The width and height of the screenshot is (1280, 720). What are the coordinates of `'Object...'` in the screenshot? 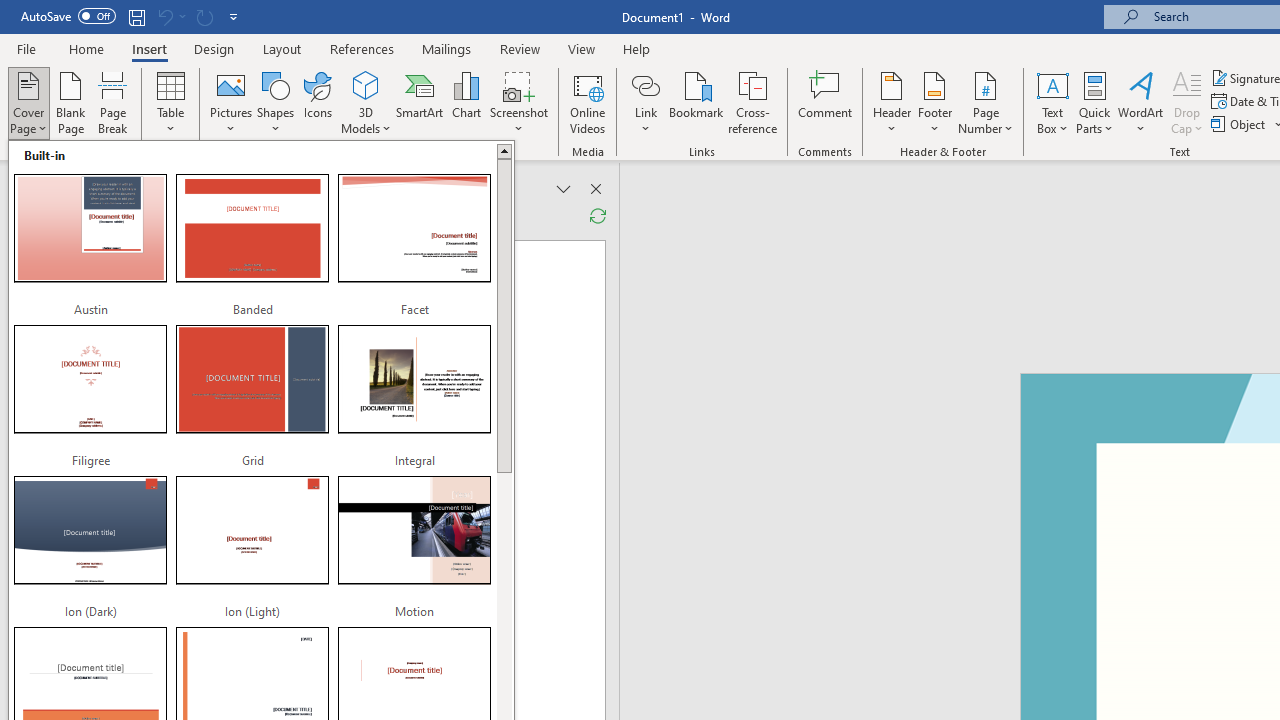 It's located at (1239, 124).